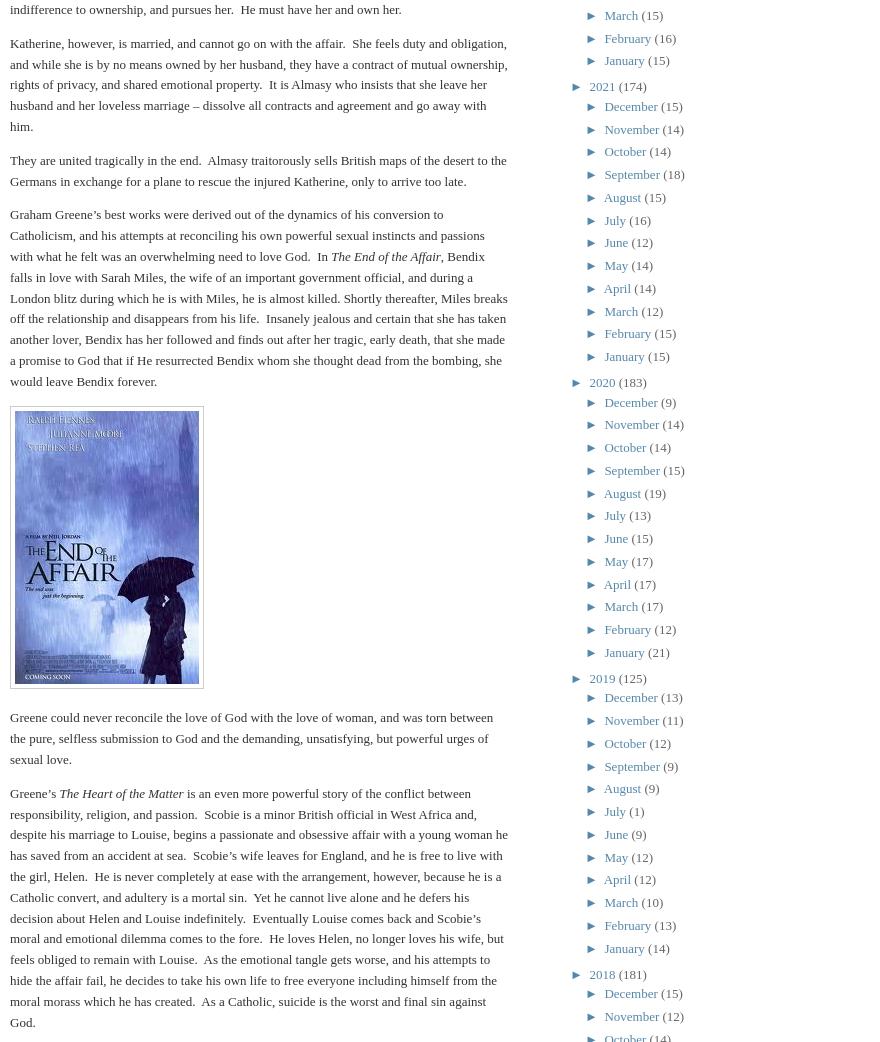  What do you see at coordinates (9, 83) in the screenshot?
I see `'Katherine, however, is married, and cannot go on with the affair.  She feels duty and obligation, and while she is by no means owned by her husband, they have a contract of mutual ownership, rights of privacy, and shared emotional property.  It is Almasy who insists that she leave her husband and her loveless marriage – dissolve all contracts and agreement and go away with him.'` at bounding box center [9, 83].